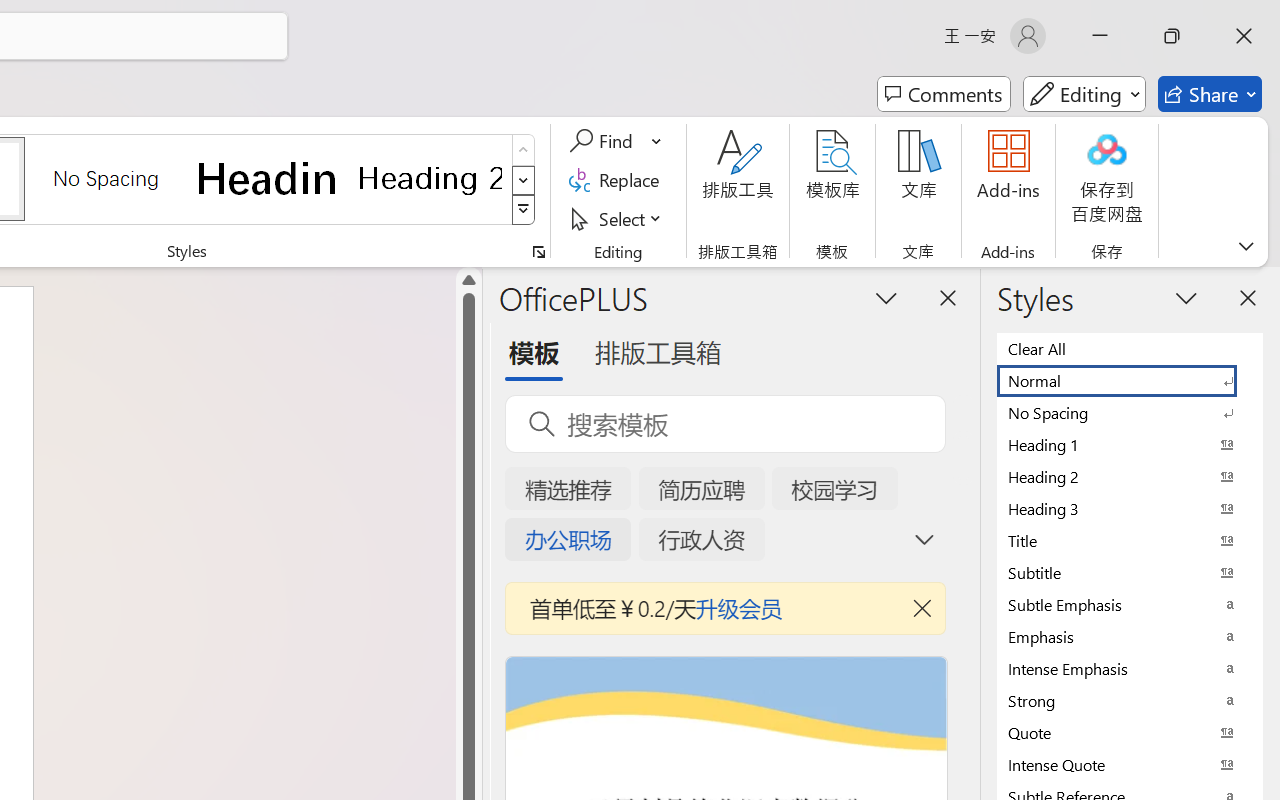 Image resolution: width=1280 pixels, height=800 pixels. I want to click on 'Line up', so click(468, 280).